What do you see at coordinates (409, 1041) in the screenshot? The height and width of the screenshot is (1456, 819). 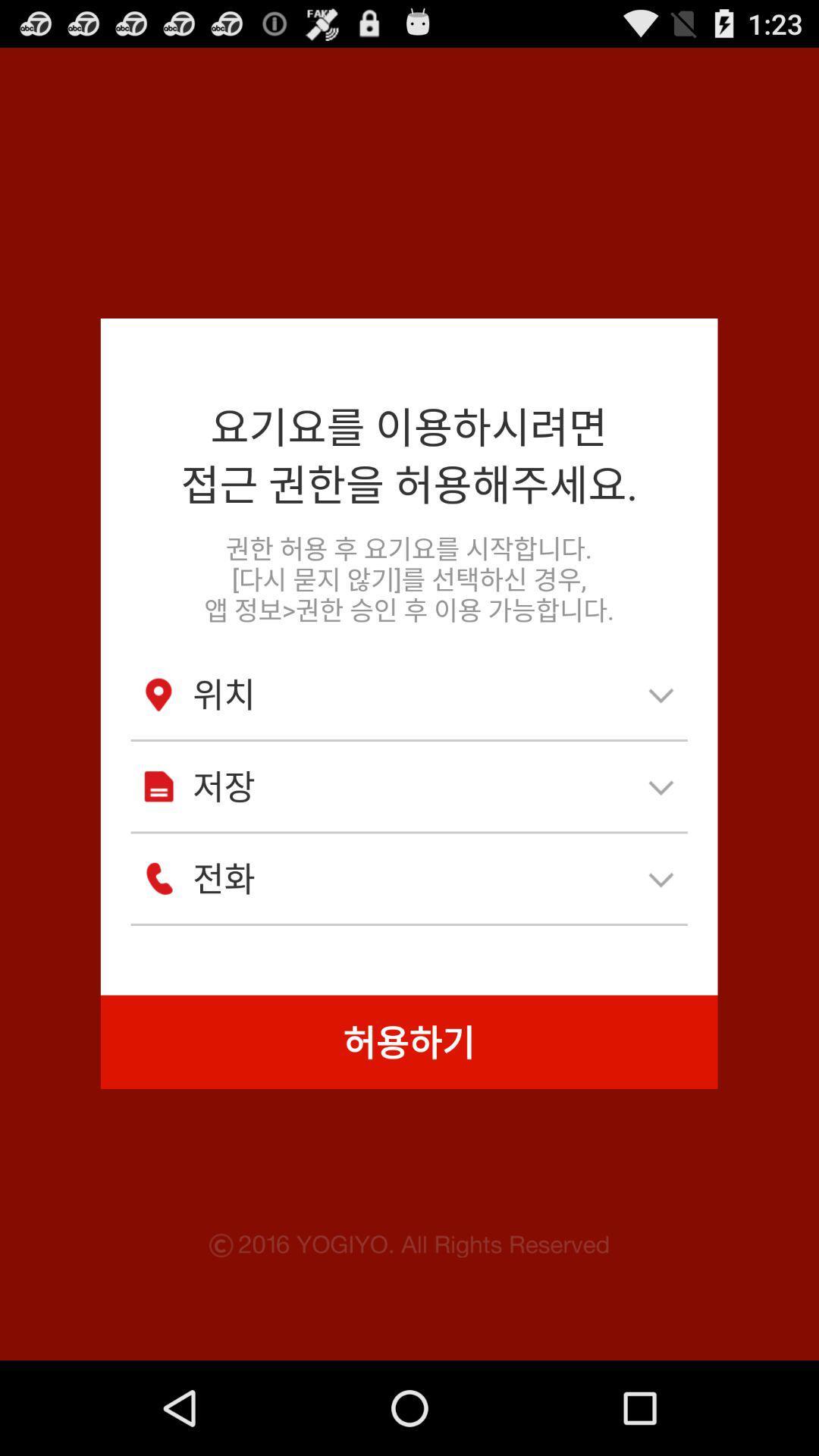 I see `the red colored button at the bottom of the page` at bounding box center [409, 1041].